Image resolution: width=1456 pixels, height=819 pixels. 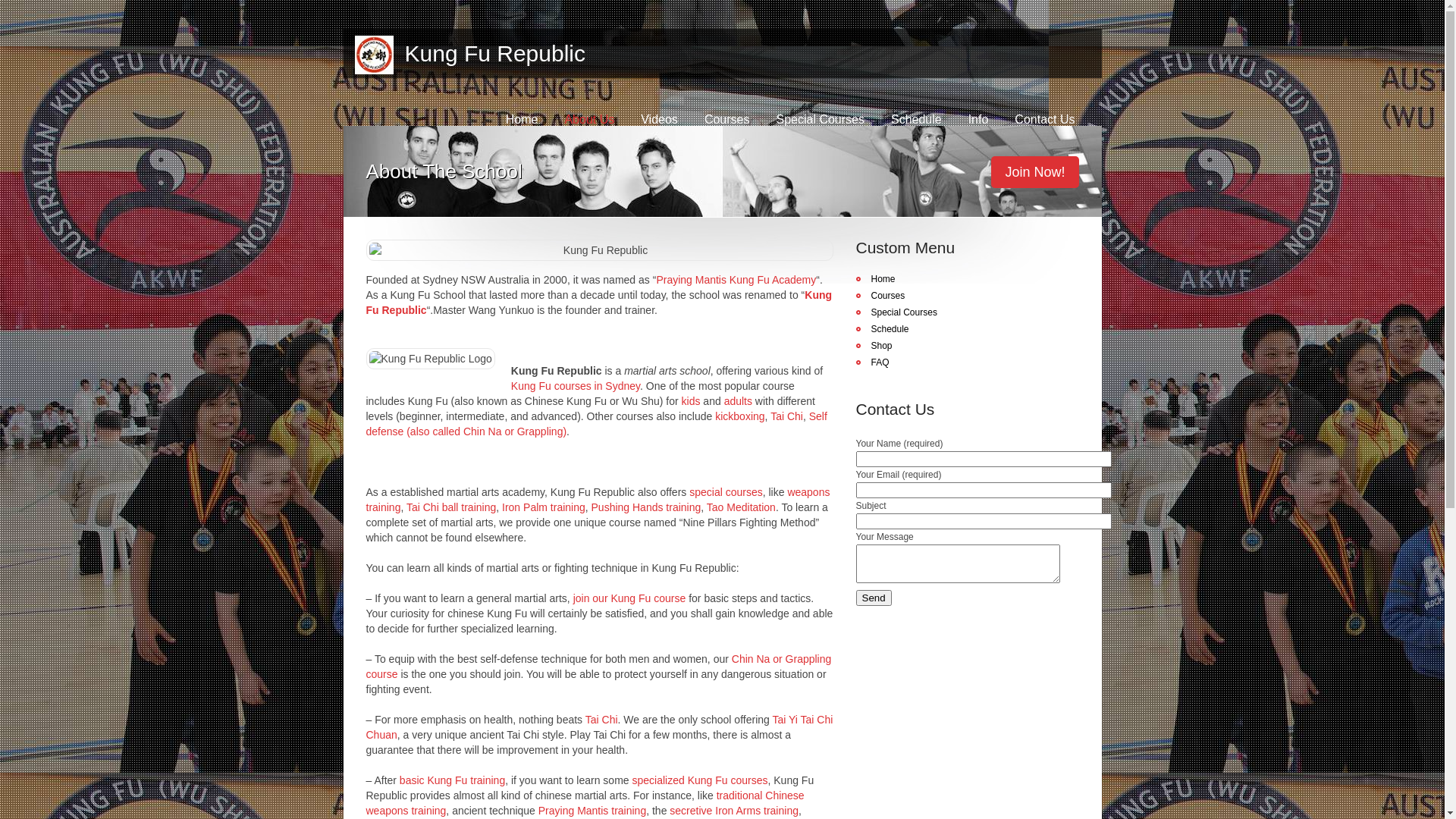 I want to click on 'Kung Fu courses in Sydney', so click(x=574, y=385).